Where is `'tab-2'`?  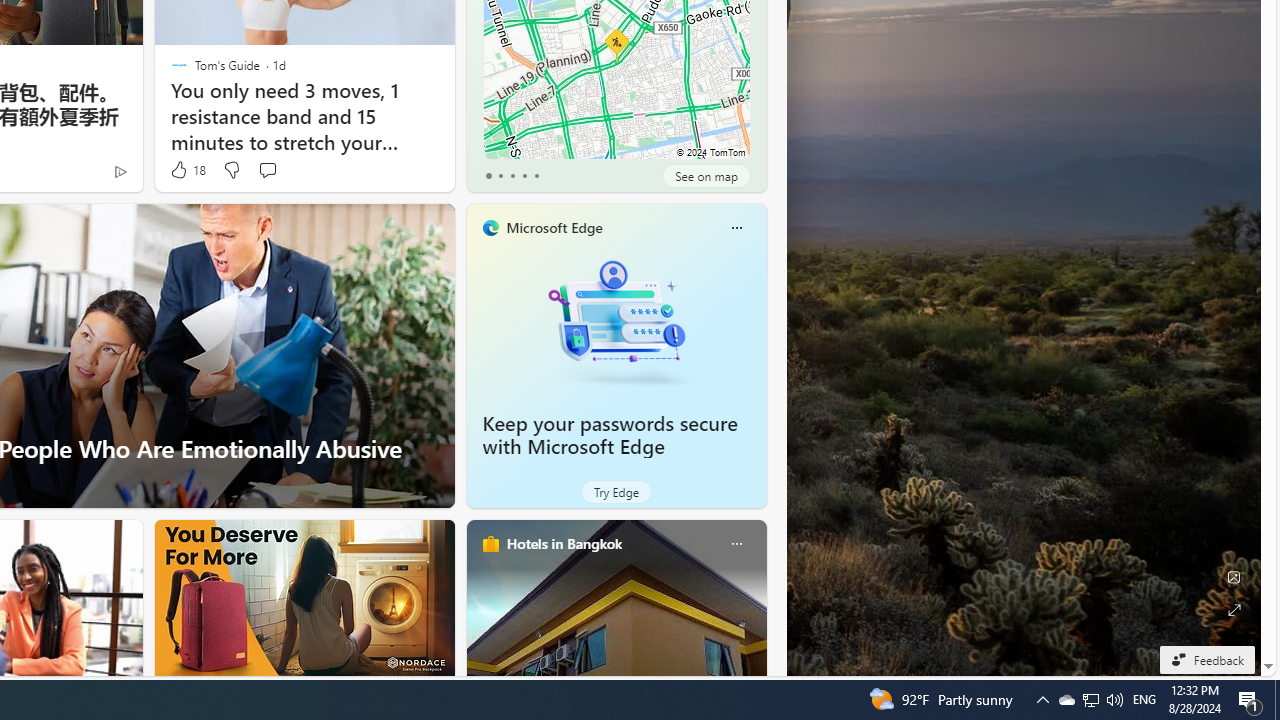
'tab-2' is located at coordinates (512, 175).